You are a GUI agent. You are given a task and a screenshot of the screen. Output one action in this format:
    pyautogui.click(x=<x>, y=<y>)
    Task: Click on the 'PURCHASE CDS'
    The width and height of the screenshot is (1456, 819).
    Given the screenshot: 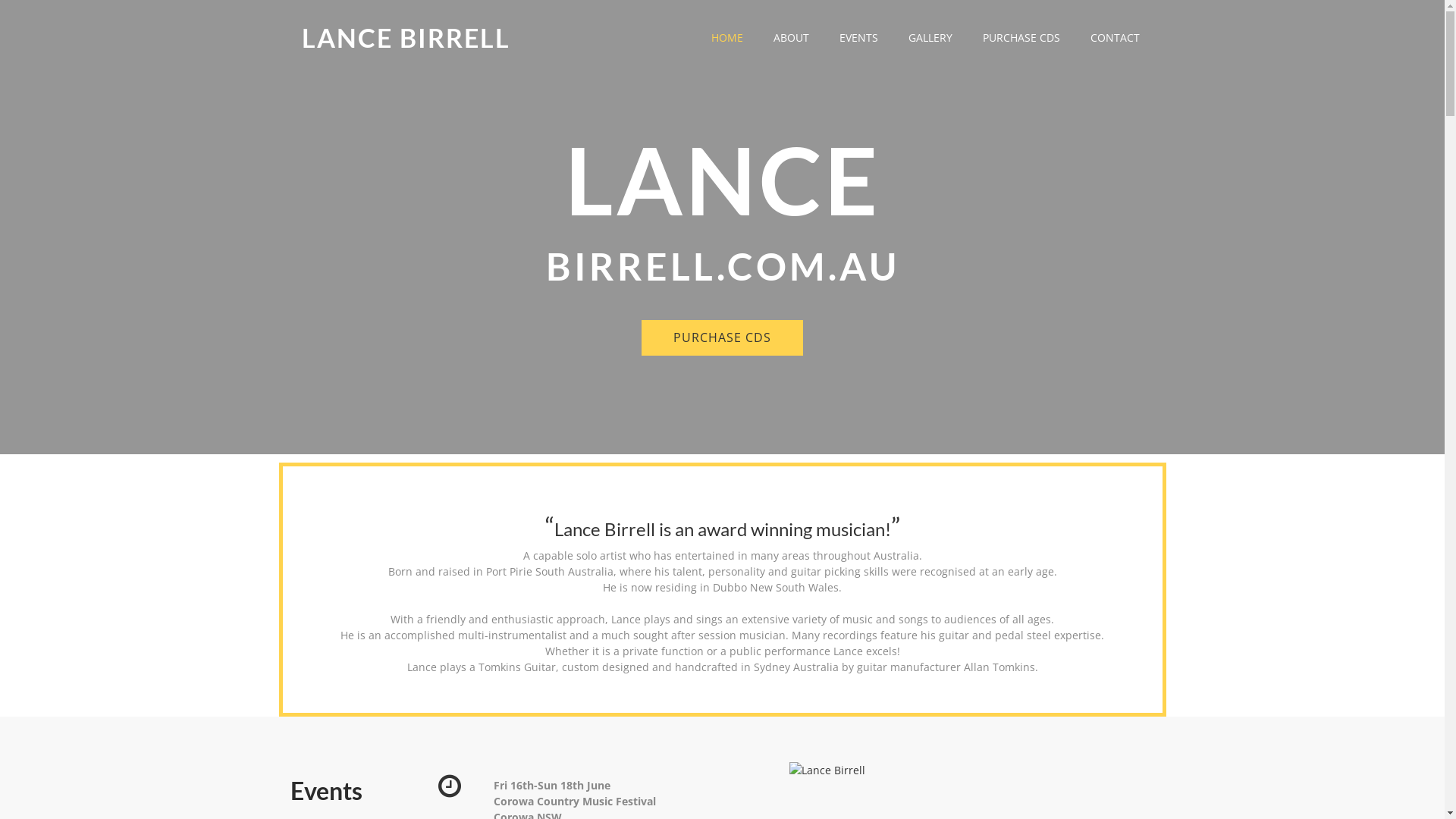 What is the action you would take?
    pyautogui.click(x=1021, y=37)
    